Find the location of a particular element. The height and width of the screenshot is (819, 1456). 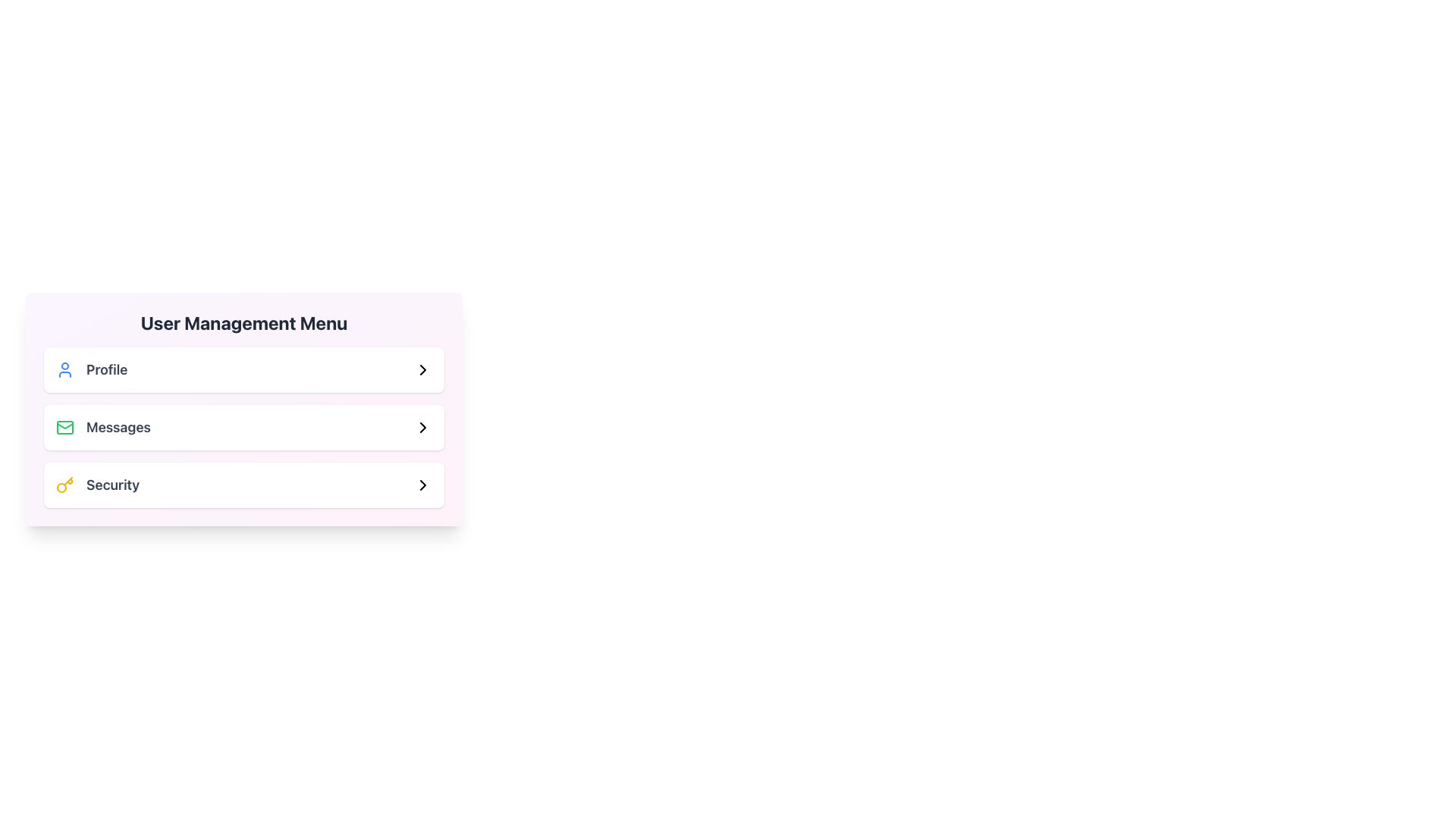

the 'Messages' menu item in the User Management Menu is located at coordinates (102, 427).